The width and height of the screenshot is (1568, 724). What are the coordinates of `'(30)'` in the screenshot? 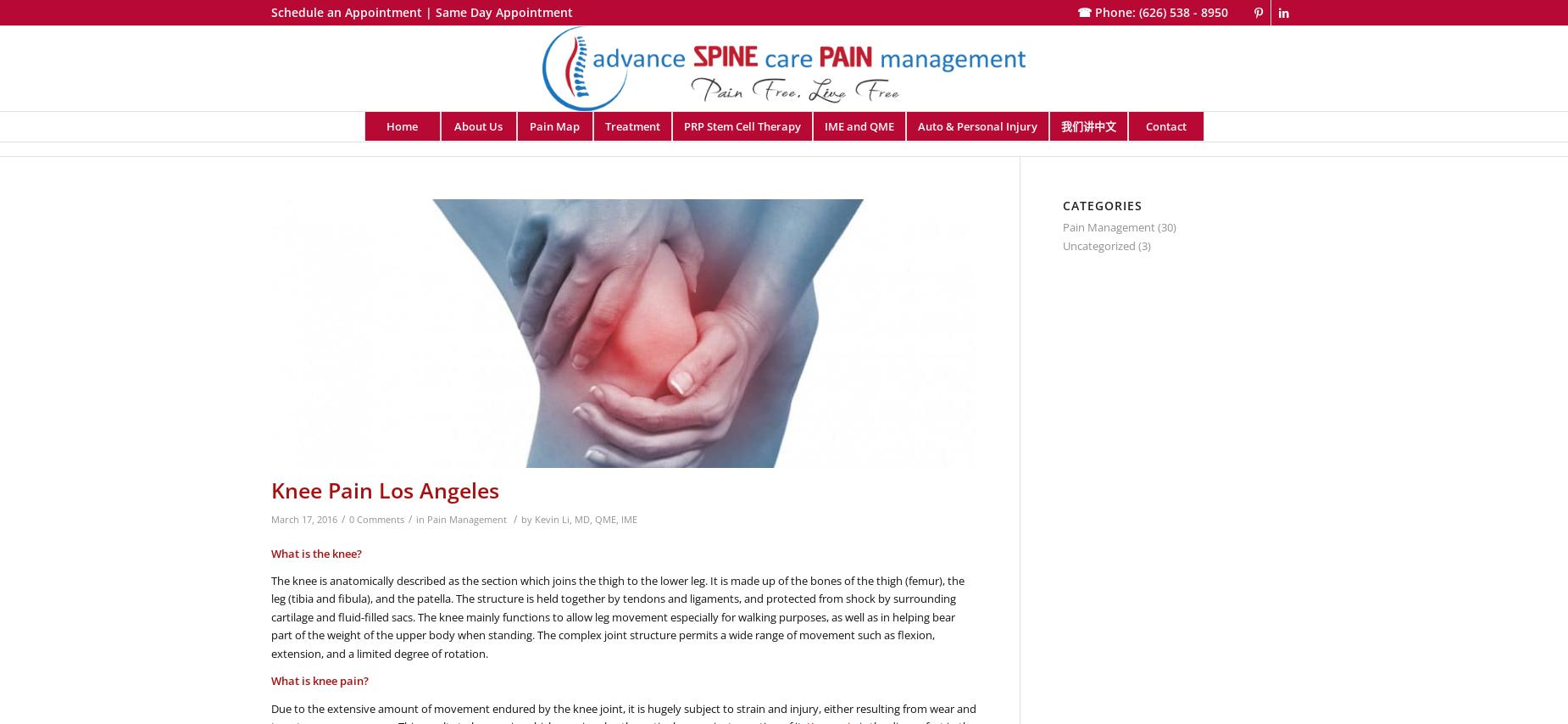 It's located at (1165, 226).